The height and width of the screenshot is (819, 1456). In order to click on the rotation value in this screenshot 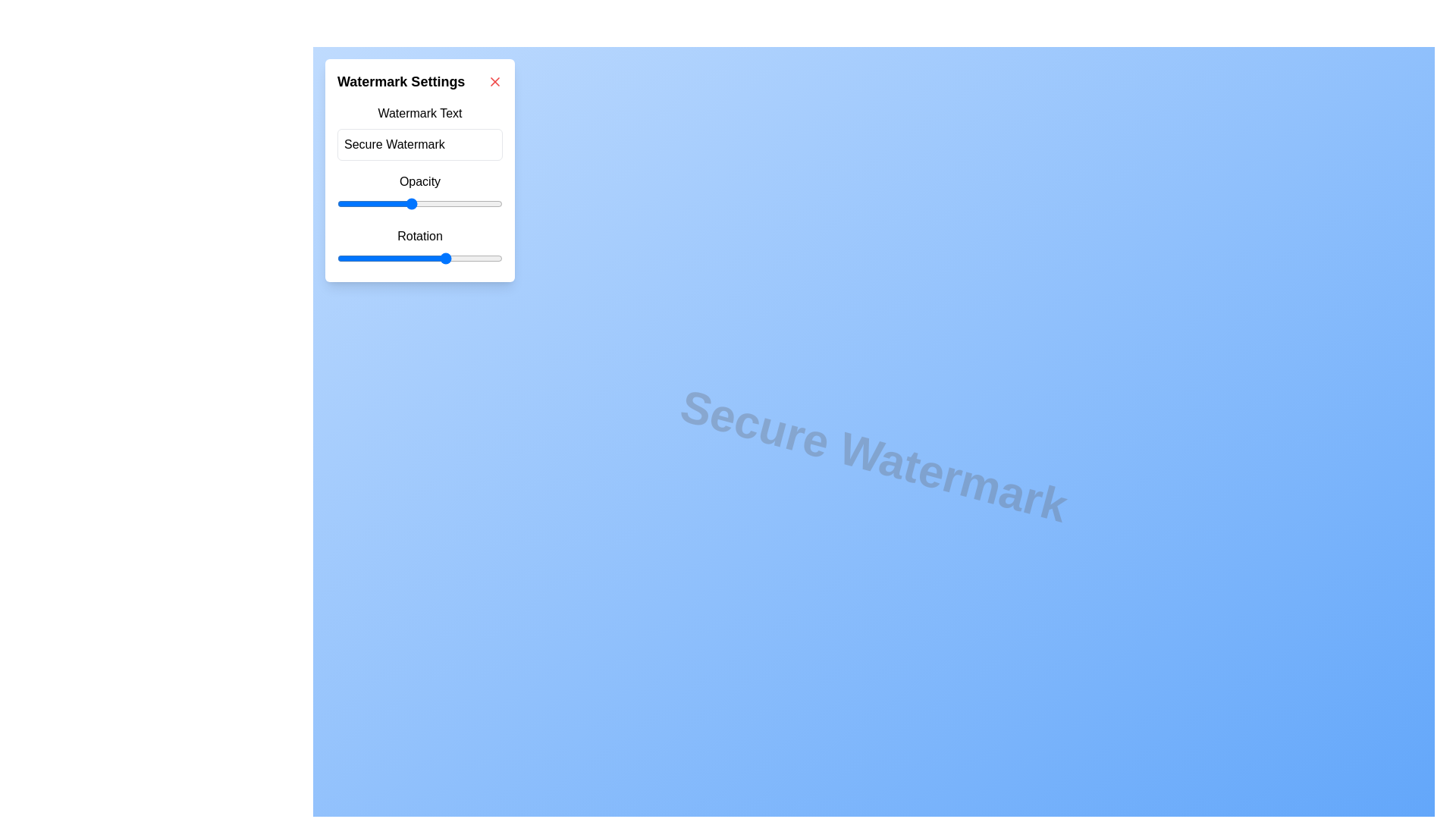, I will do `click(488, 257)`.